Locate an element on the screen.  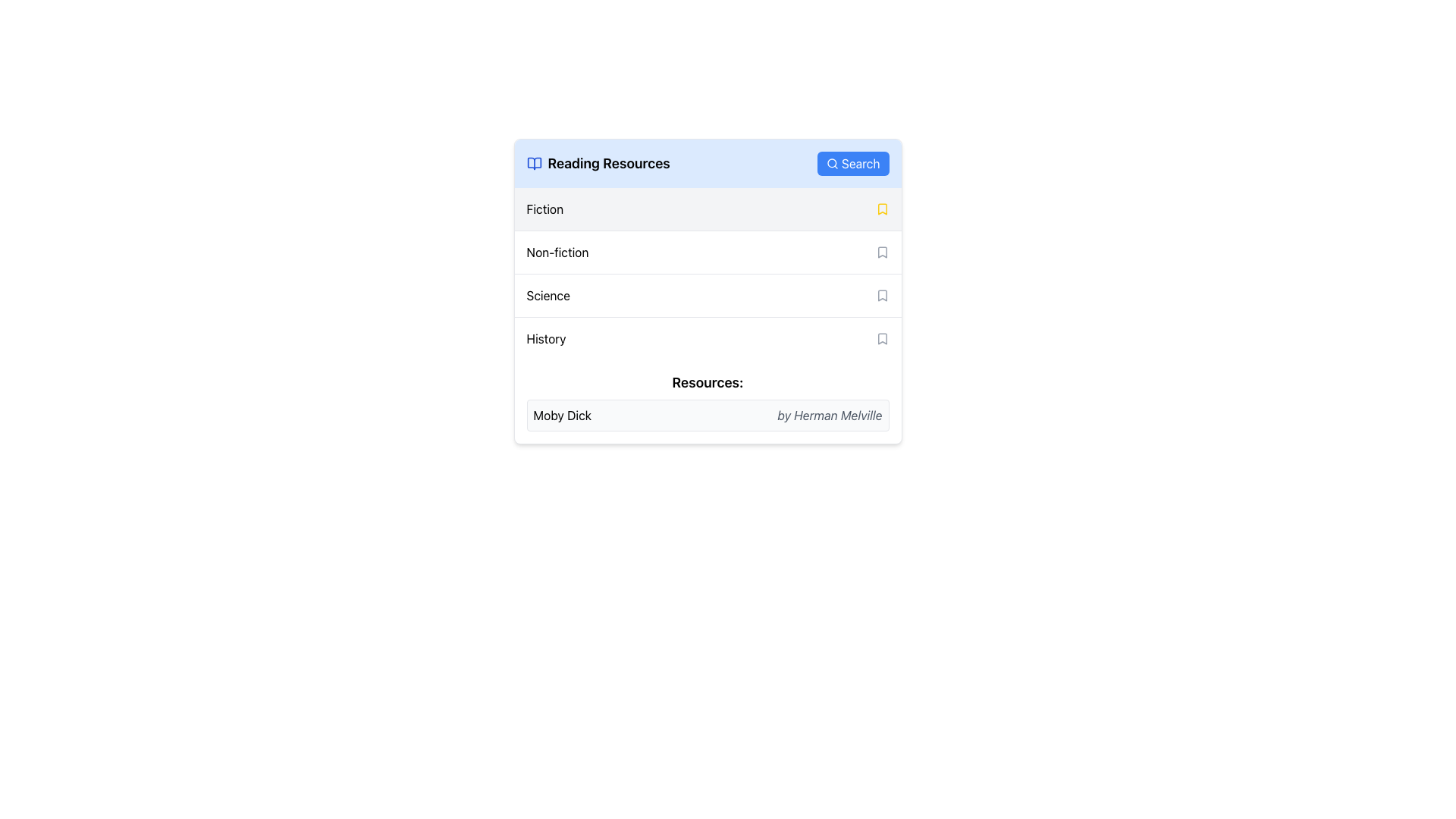
the text element displaying the author's name is located at coordinates (829, 415).